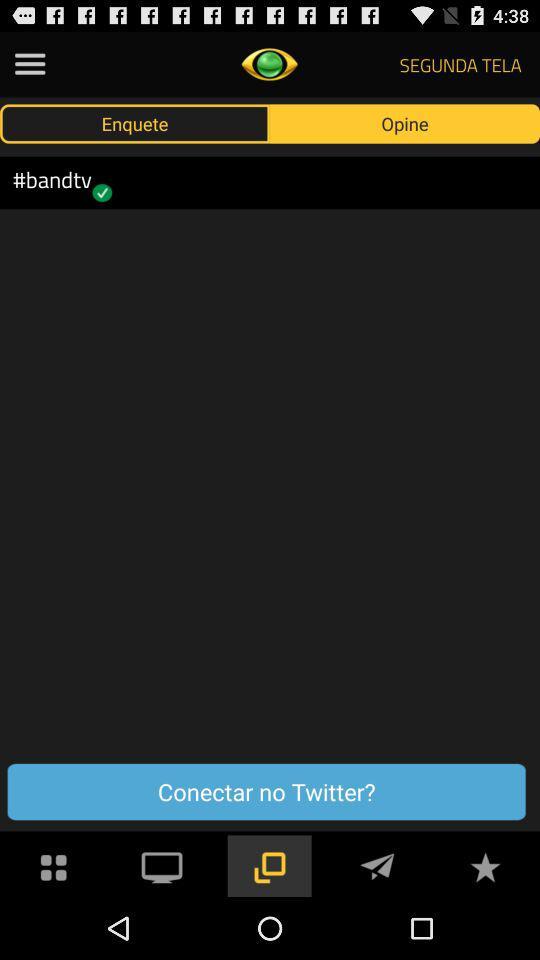 Image resolution: width=540 pixels, height=960 pixels. I want to click on the item to the left of opine, so click(135, 122).